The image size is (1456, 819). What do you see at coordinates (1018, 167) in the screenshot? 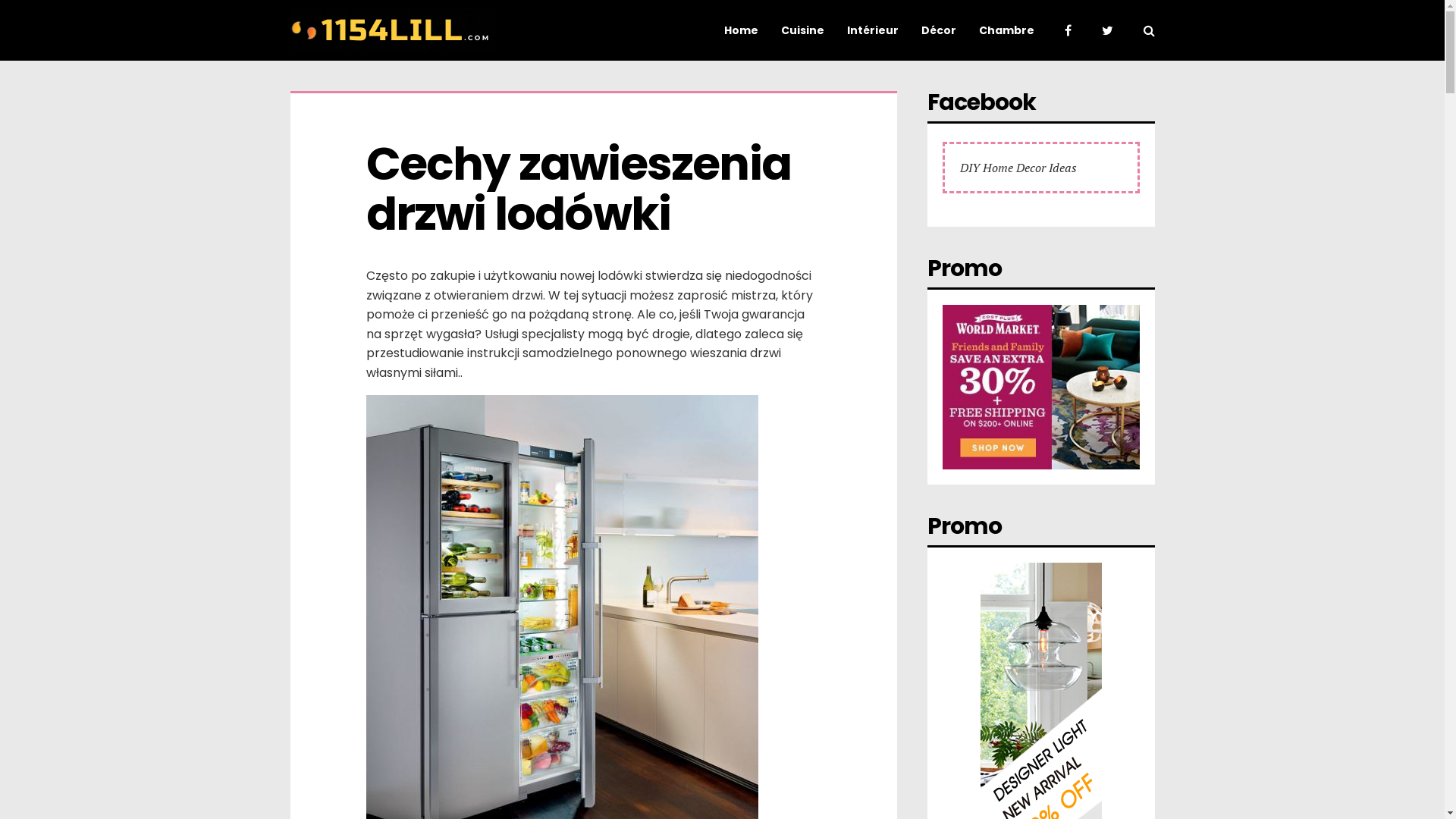
I see `'DIY Home Decor Ideas'` at bounding box center [1018, 167].